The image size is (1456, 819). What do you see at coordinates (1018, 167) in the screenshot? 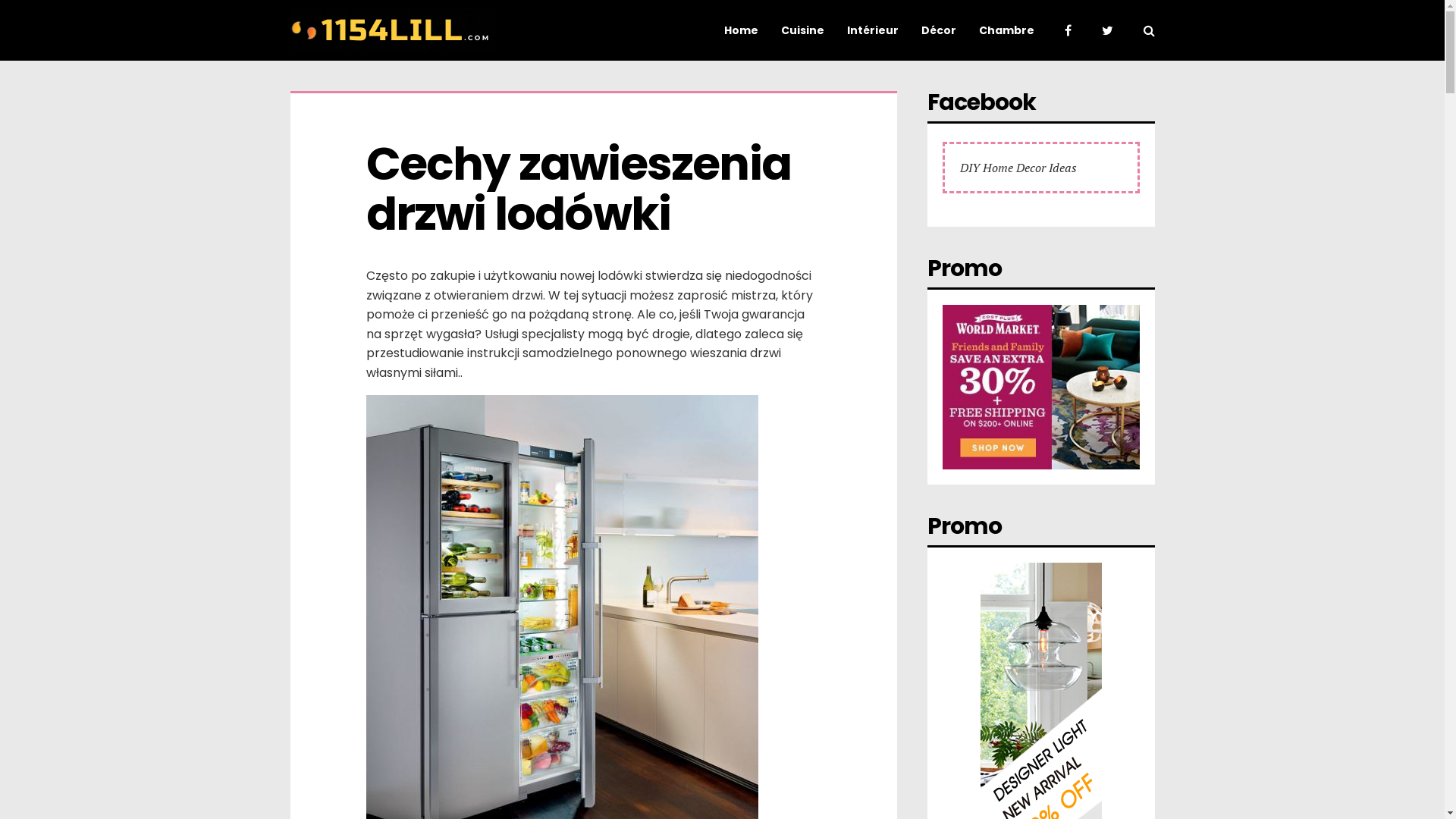
I see `'DIY Home Decor Ideas'` at bounding box center [1018, 167].